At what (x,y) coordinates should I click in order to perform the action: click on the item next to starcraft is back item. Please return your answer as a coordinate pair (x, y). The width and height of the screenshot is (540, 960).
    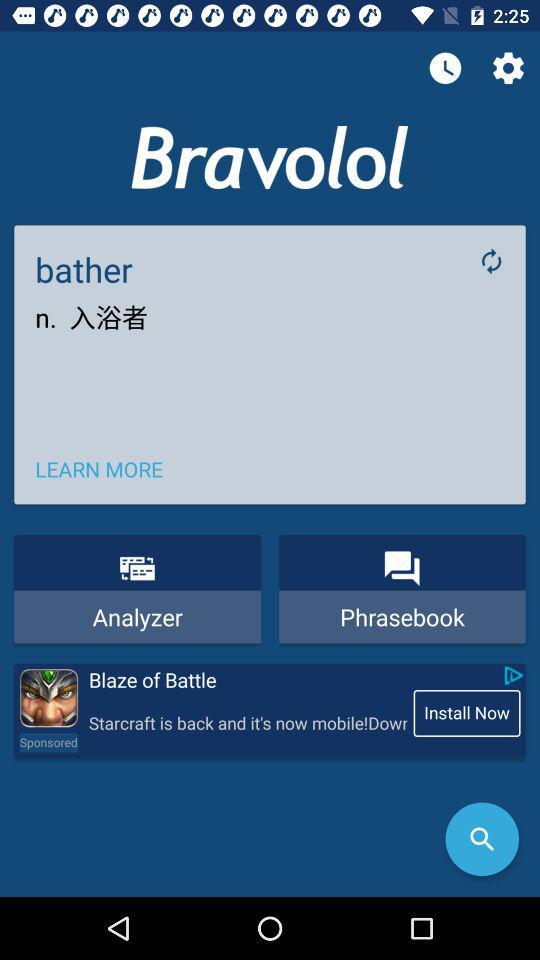
    Looking at the image, I should click on (48, 741).